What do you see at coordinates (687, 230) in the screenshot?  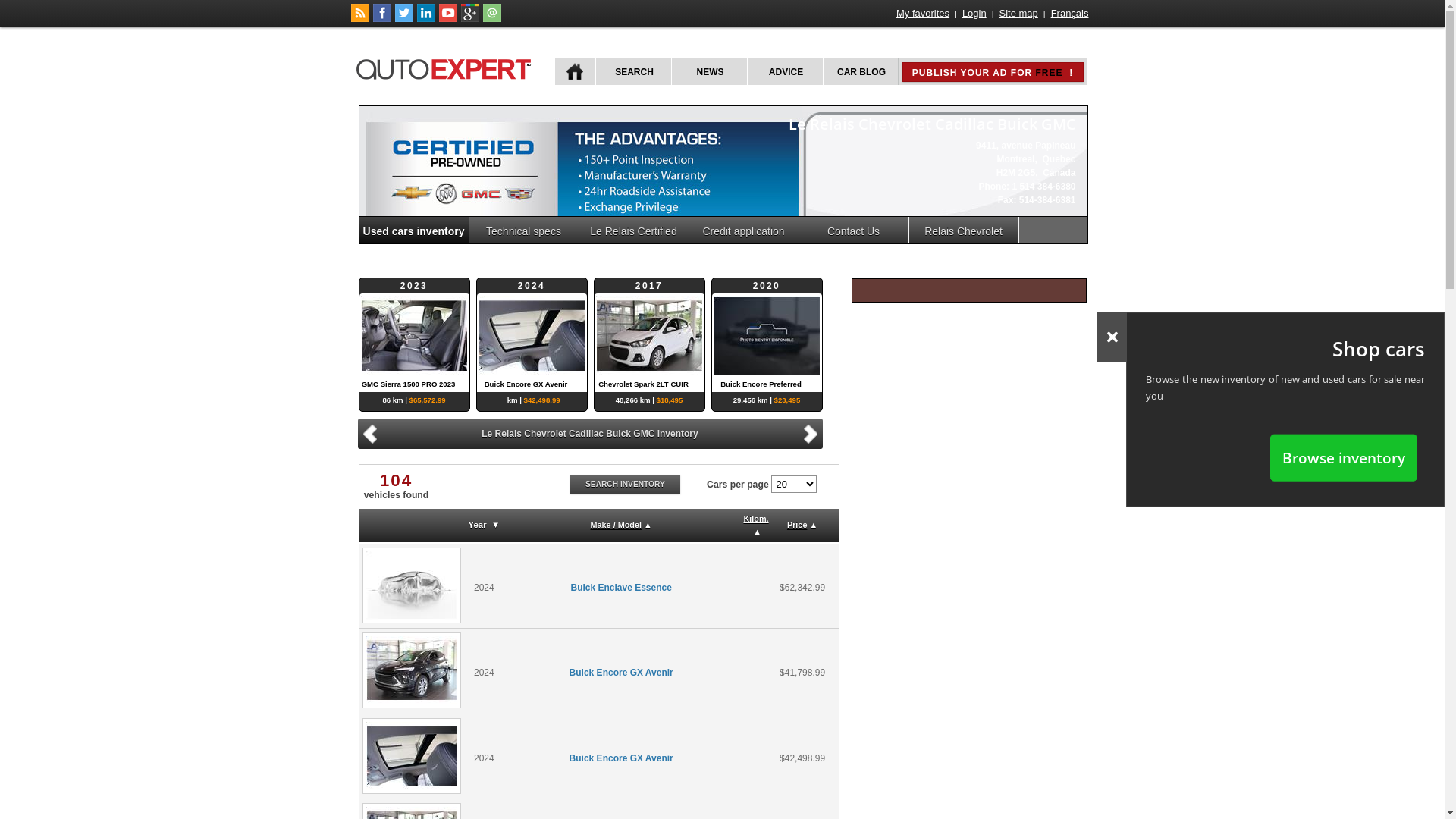 I see `'Credit application'` at bounding box center [687, 230].